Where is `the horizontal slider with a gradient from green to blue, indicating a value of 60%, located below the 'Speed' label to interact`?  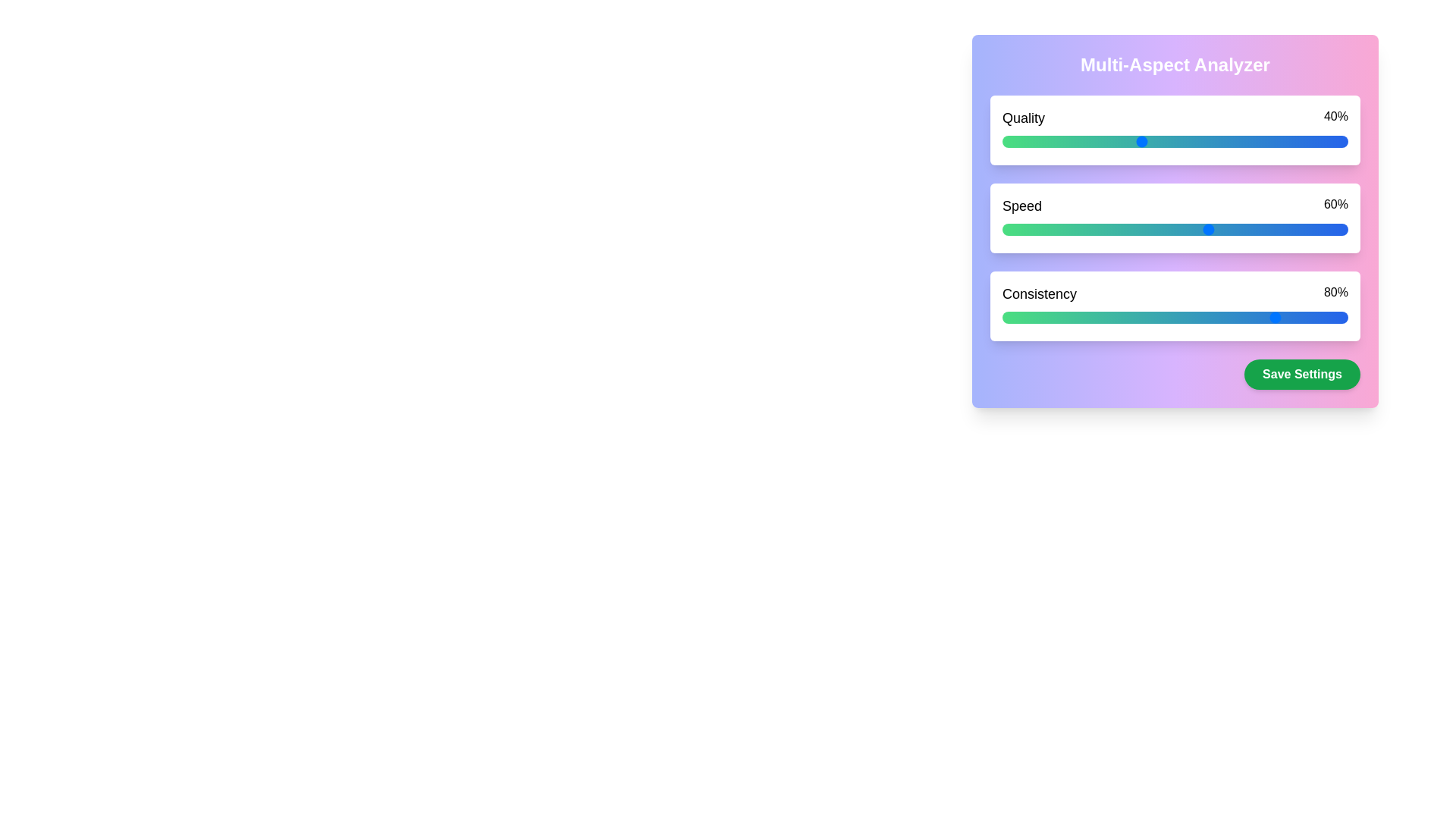
the horizontal slider with a gradient from green to blue, indicating a value of 60%, located below the 'Speed' label to interact is located at coordinates (1175, 230).